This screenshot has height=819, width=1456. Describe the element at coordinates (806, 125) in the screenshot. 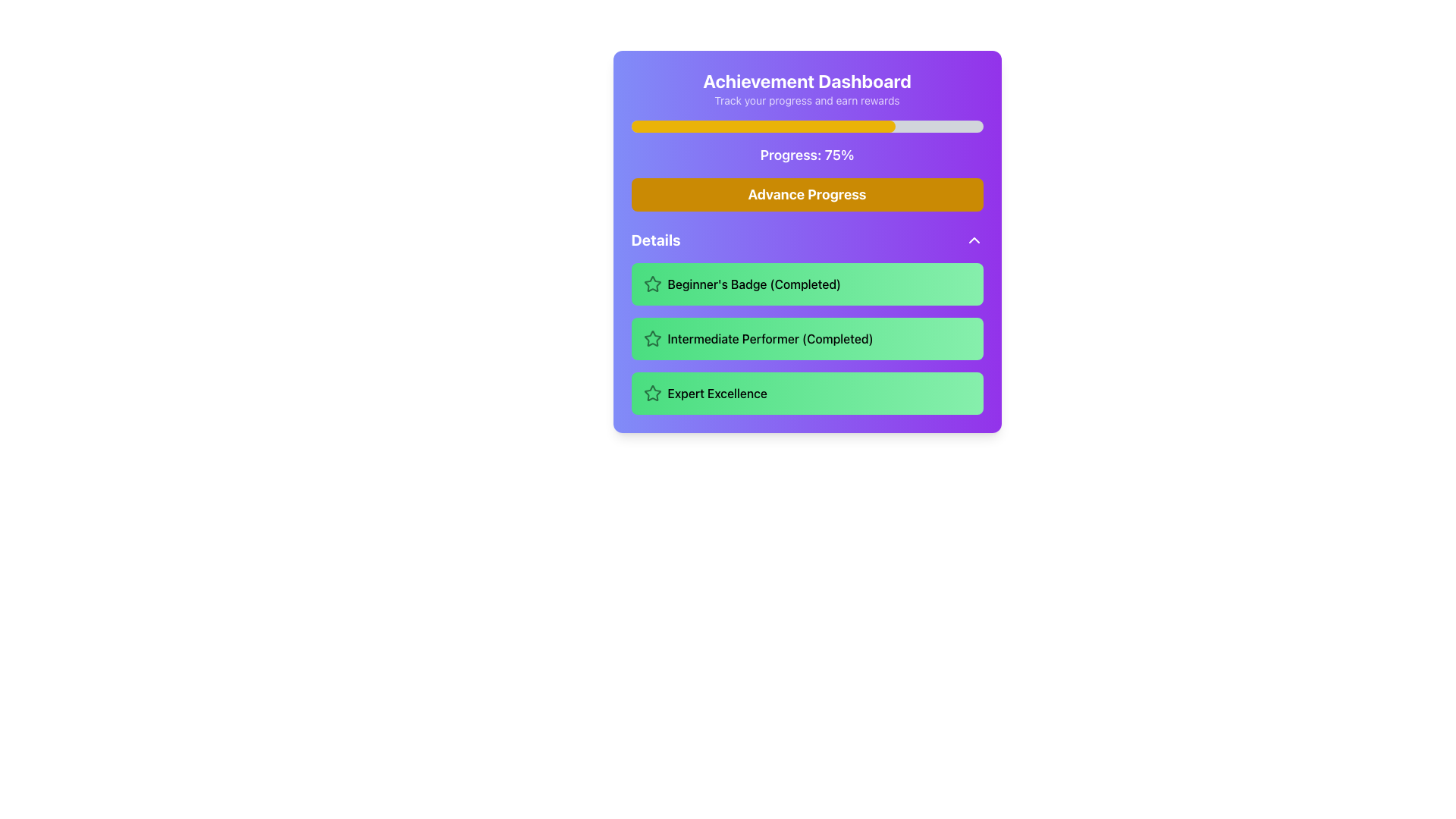

I see `the progress bar indicating 75% completion in the Achievement Dashboard card` at that location.